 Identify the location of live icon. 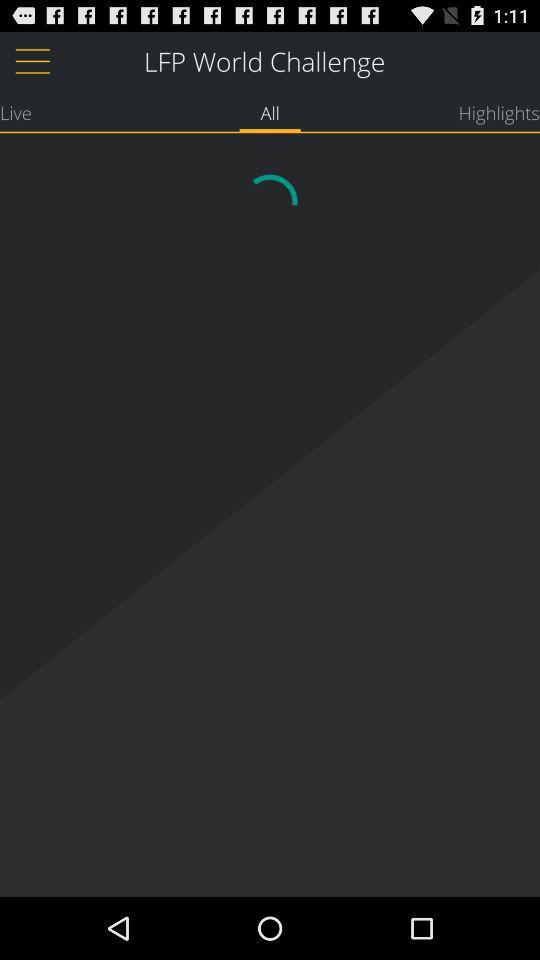
(14, 112).